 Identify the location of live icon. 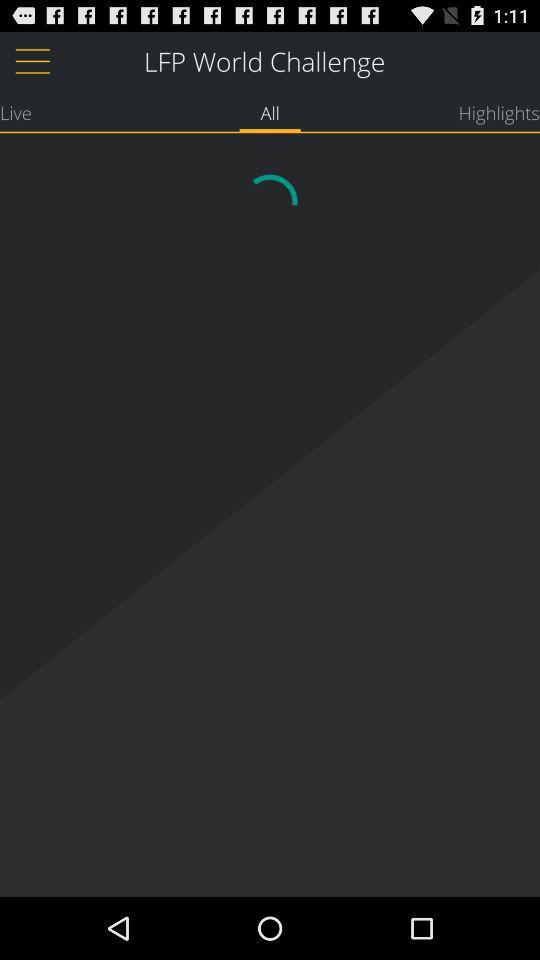
(14, 112).